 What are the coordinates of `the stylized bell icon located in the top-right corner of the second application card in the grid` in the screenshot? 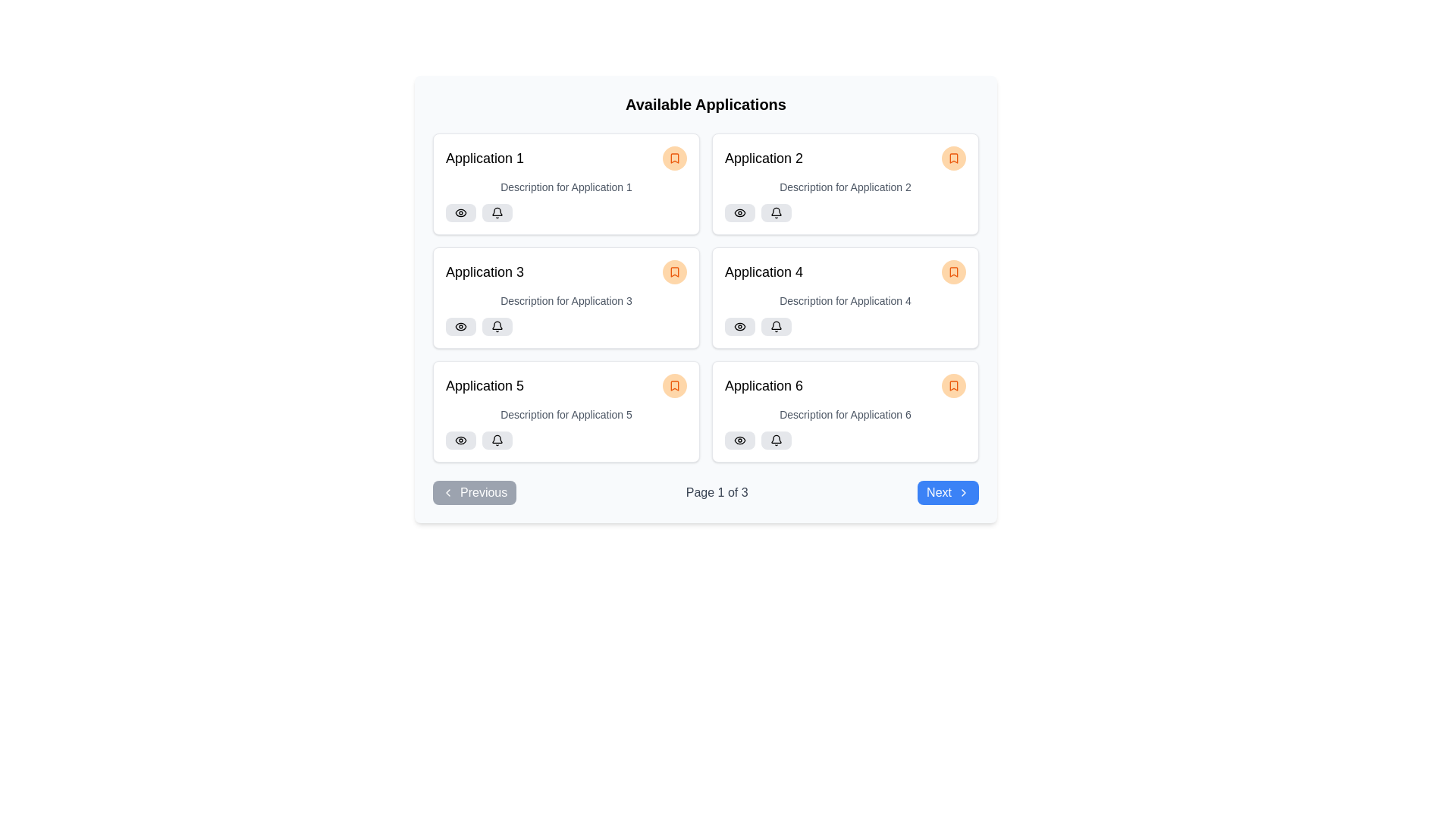 It's located at (776, 212).